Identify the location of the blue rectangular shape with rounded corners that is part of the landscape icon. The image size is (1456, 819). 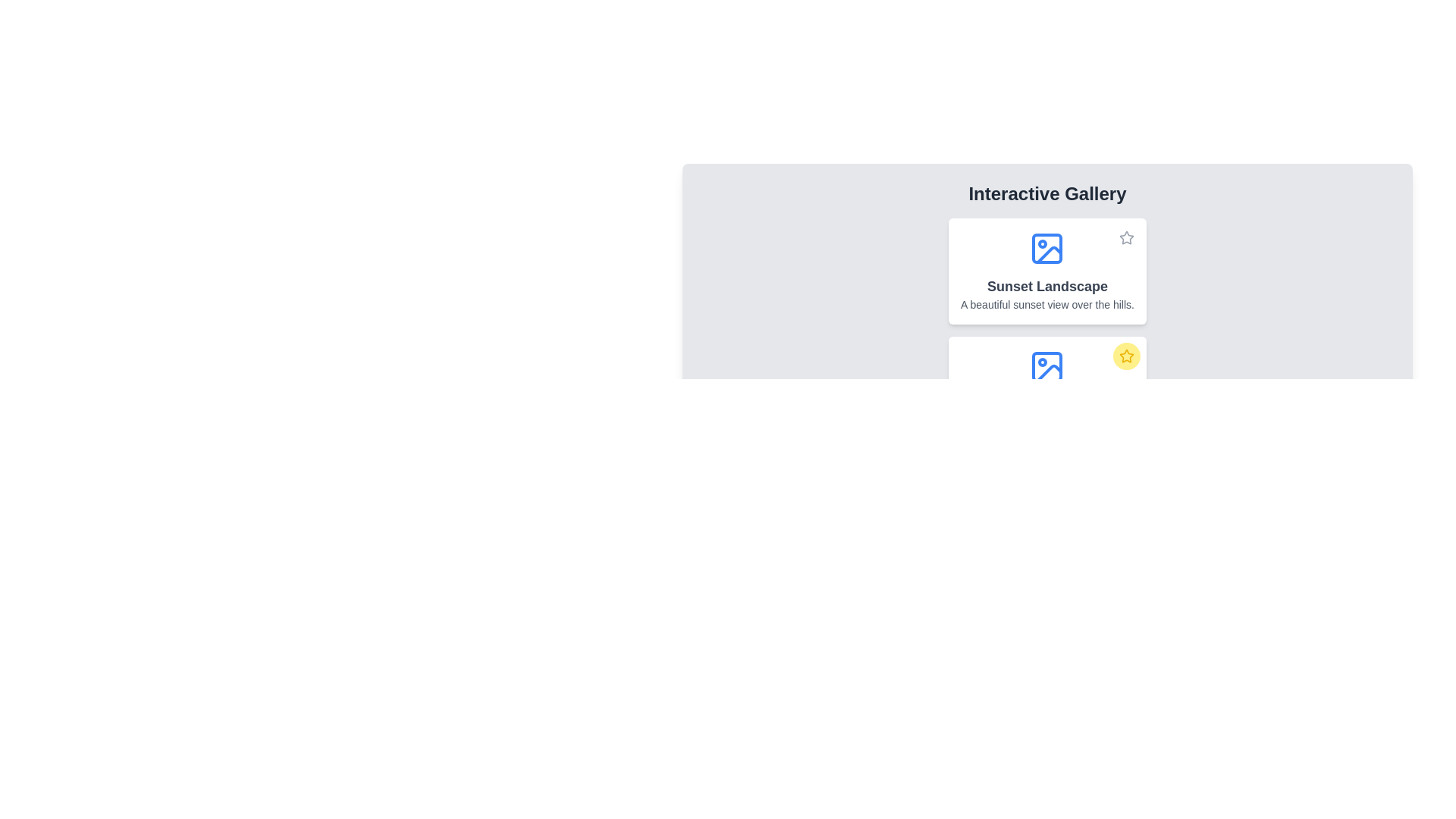
(1046, 366).